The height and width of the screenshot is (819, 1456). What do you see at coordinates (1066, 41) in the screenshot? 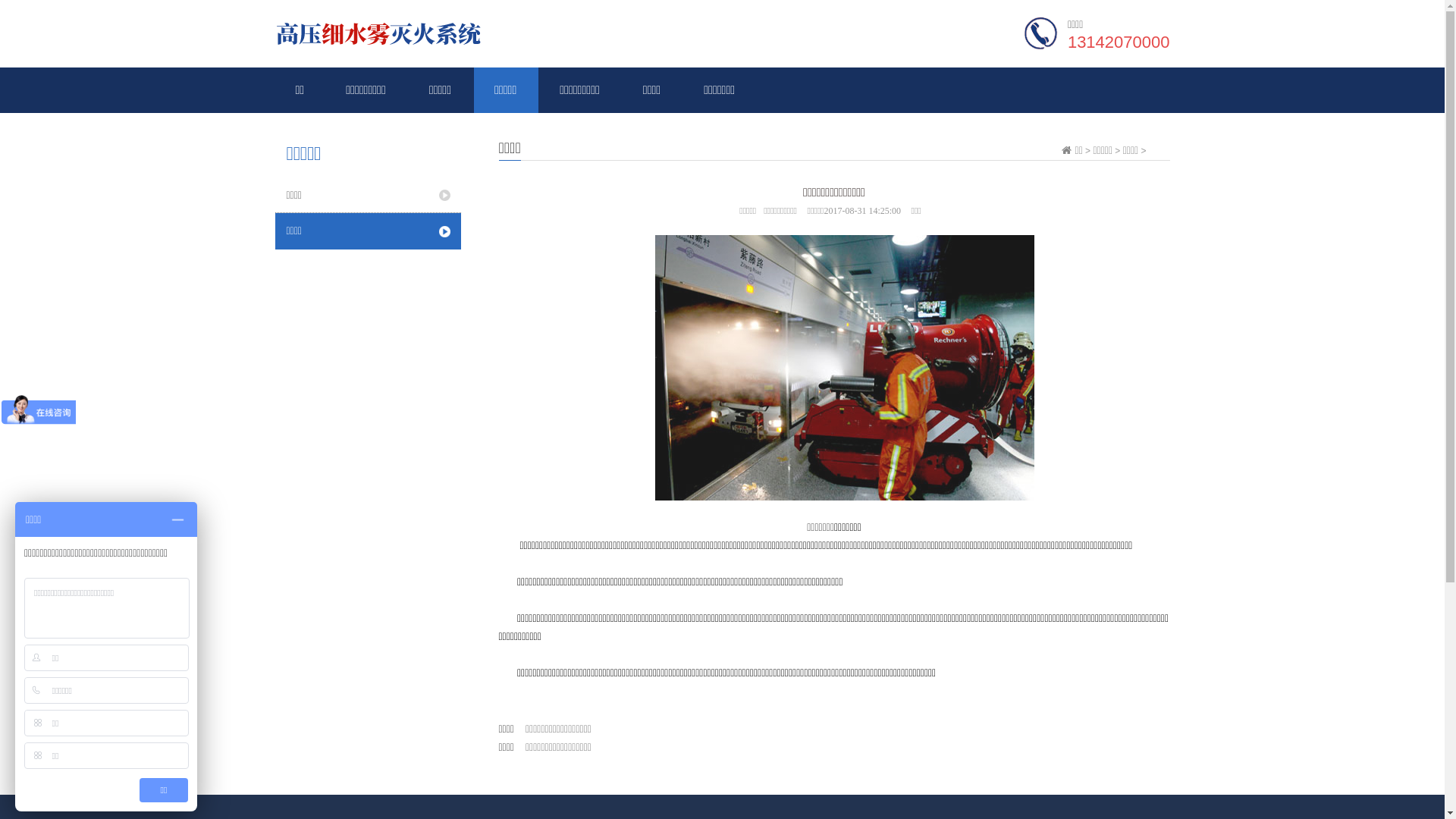
I see `'13142070000'` at bounding box center [1066, 41].